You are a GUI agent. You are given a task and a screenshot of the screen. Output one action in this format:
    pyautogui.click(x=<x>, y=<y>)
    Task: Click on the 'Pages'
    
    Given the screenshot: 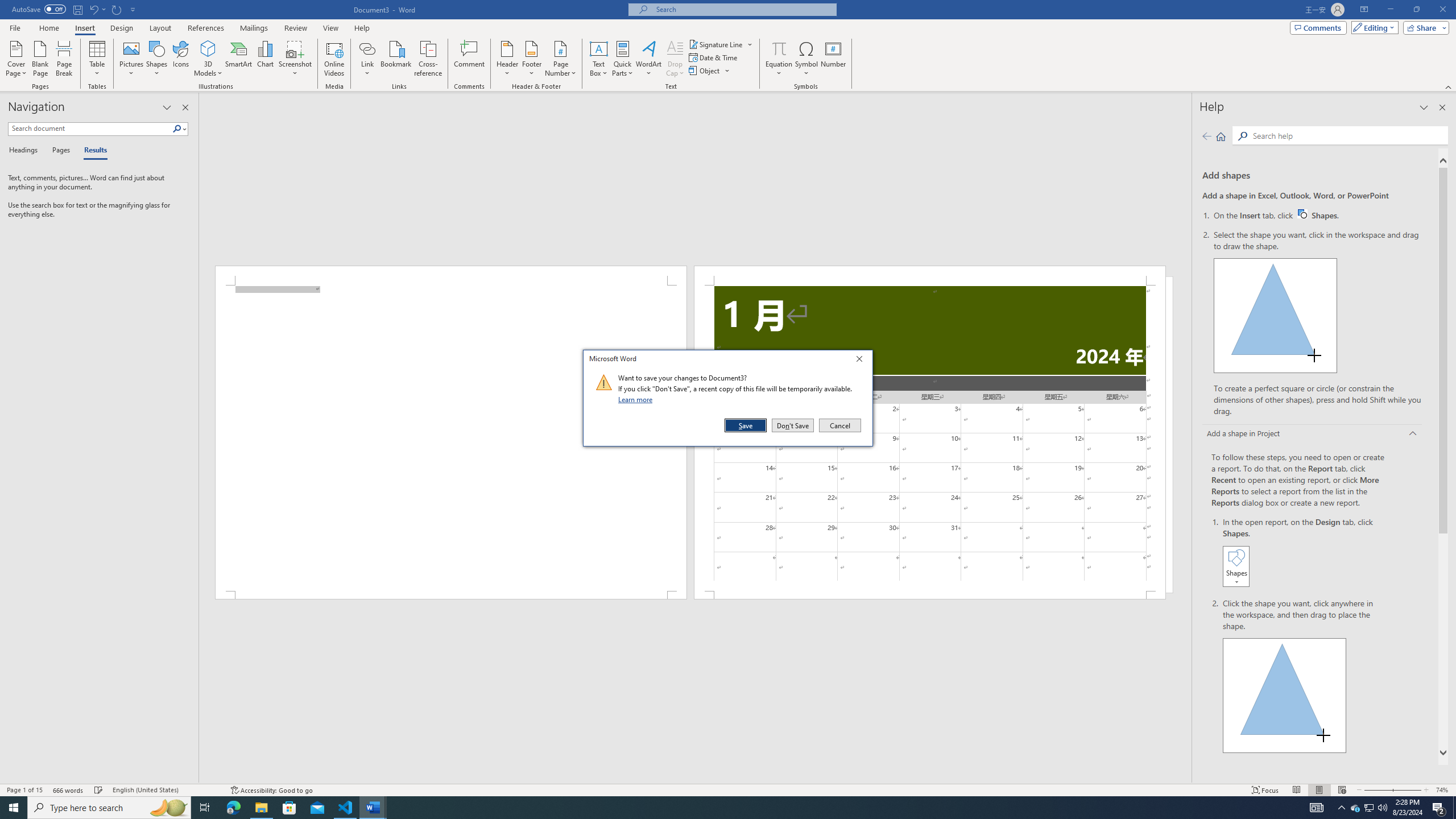 What is the action you would take?
    pyautogui.click(x=59, y=150)
    